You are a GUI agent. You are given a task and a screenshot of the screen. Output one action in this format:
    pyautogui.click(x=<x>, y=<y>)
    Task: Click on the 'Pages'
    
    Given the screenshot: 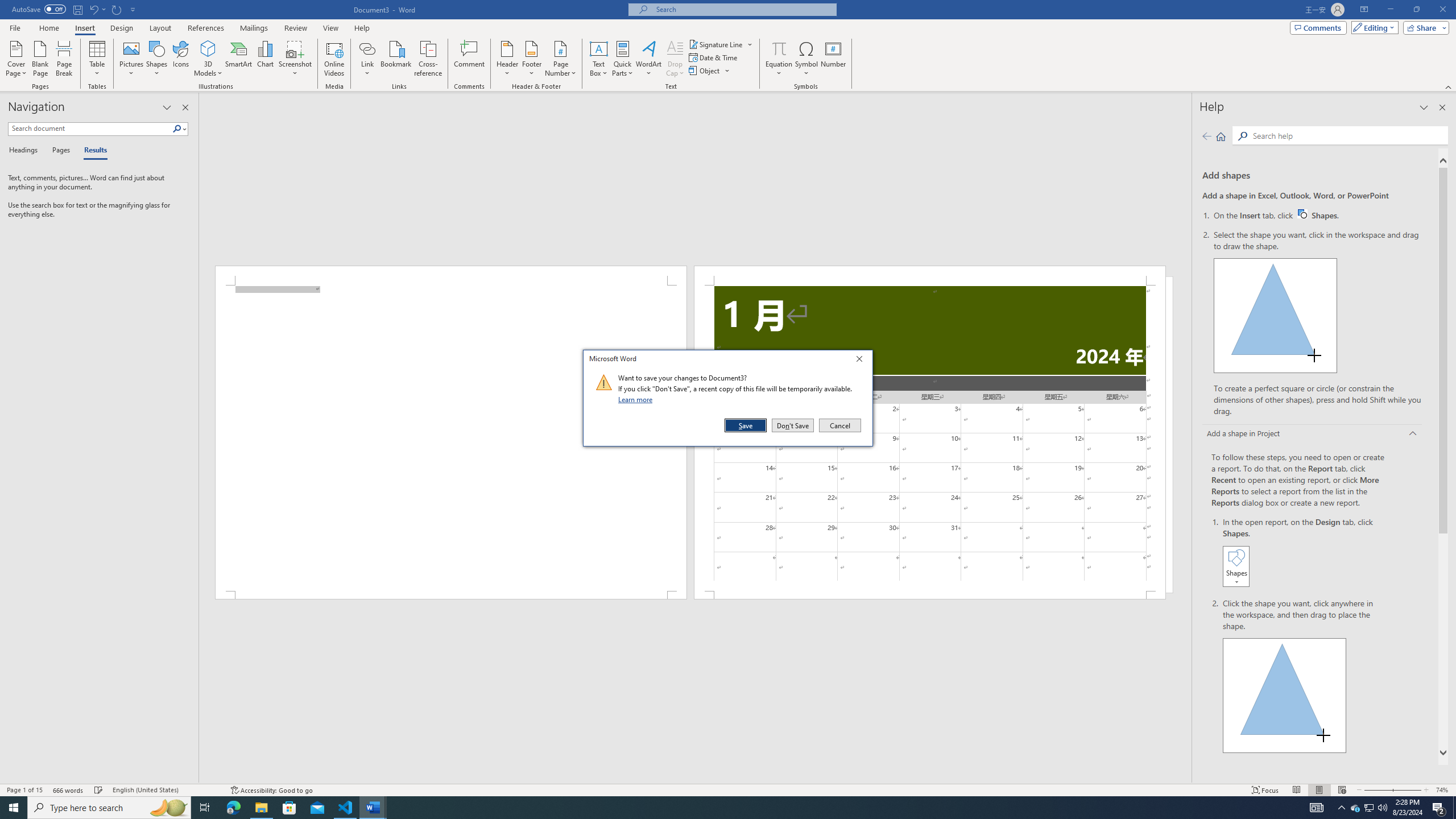 What is the action you would take?
    pyautogui.click(x=59, y=150)
    